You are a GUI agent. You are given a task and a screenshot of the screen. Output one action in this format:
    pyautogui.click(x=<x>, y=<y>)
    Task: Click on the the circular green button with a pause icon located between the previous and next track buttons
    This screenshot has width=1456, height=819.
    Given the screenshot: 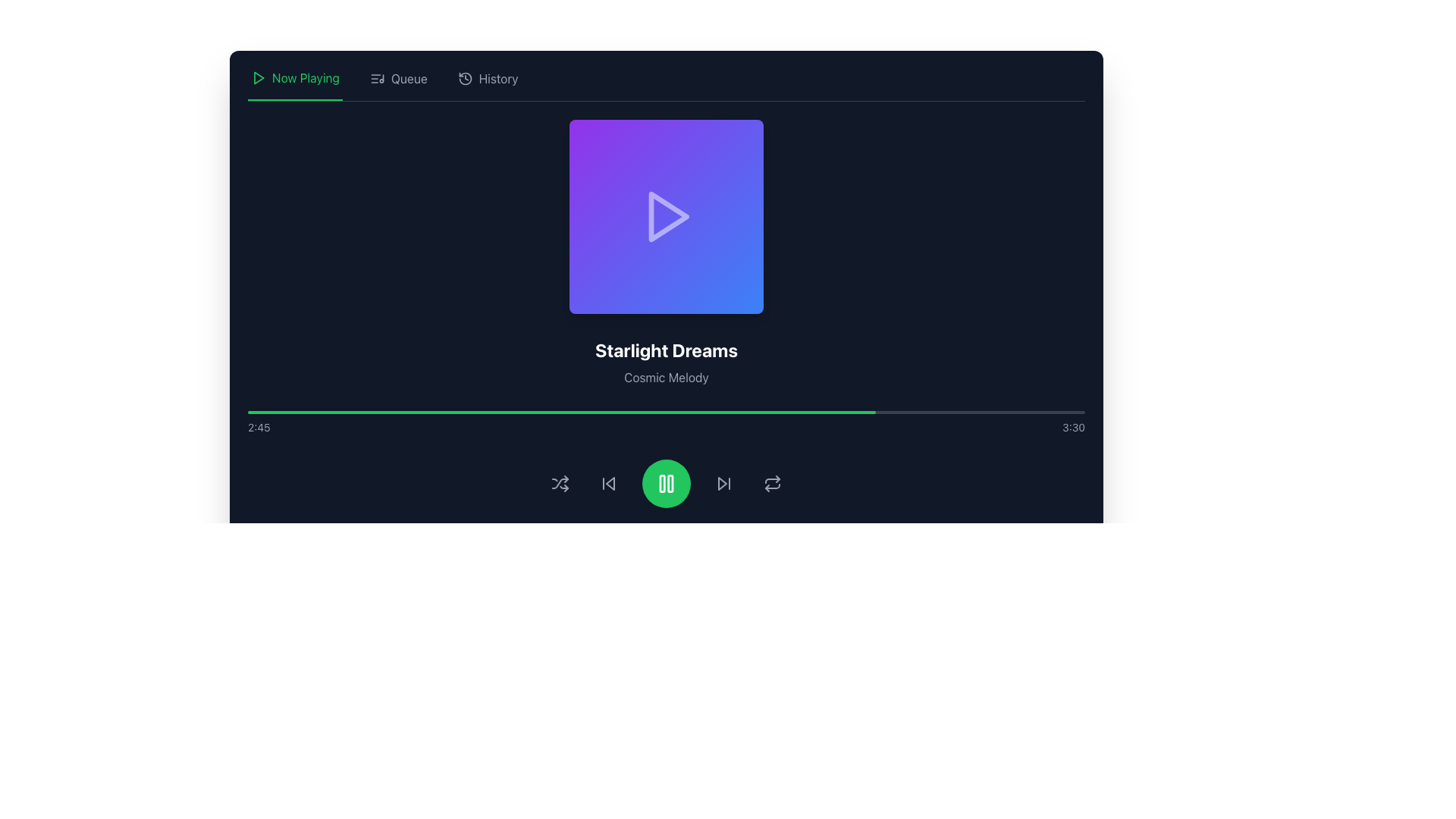 What is the action you would take?
    pyautogui.click(x=666, y=483)
    